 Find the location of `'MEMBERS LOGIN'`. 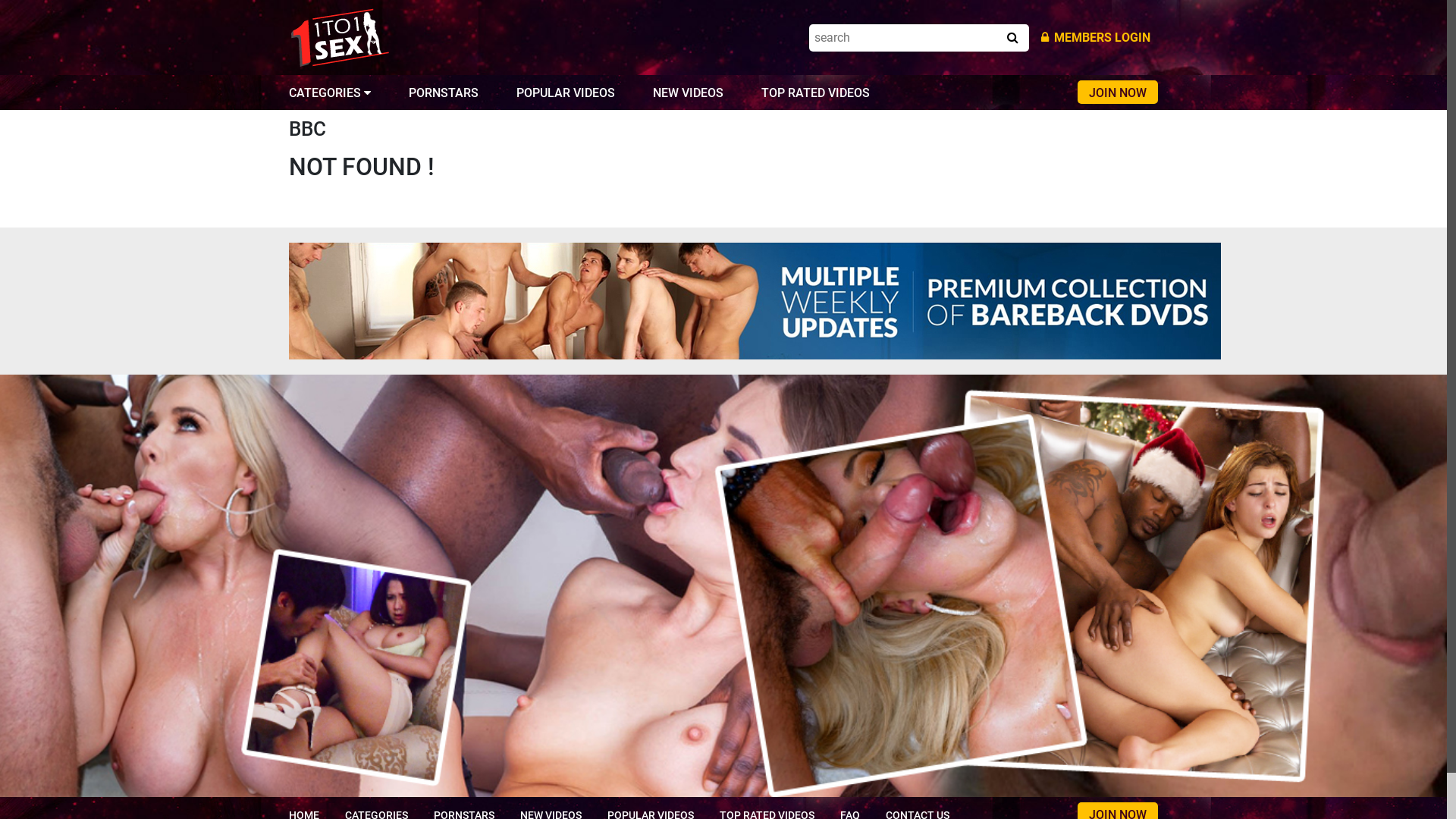

'MEMBERS LOGIN' is located at coordinates (1095, 36).